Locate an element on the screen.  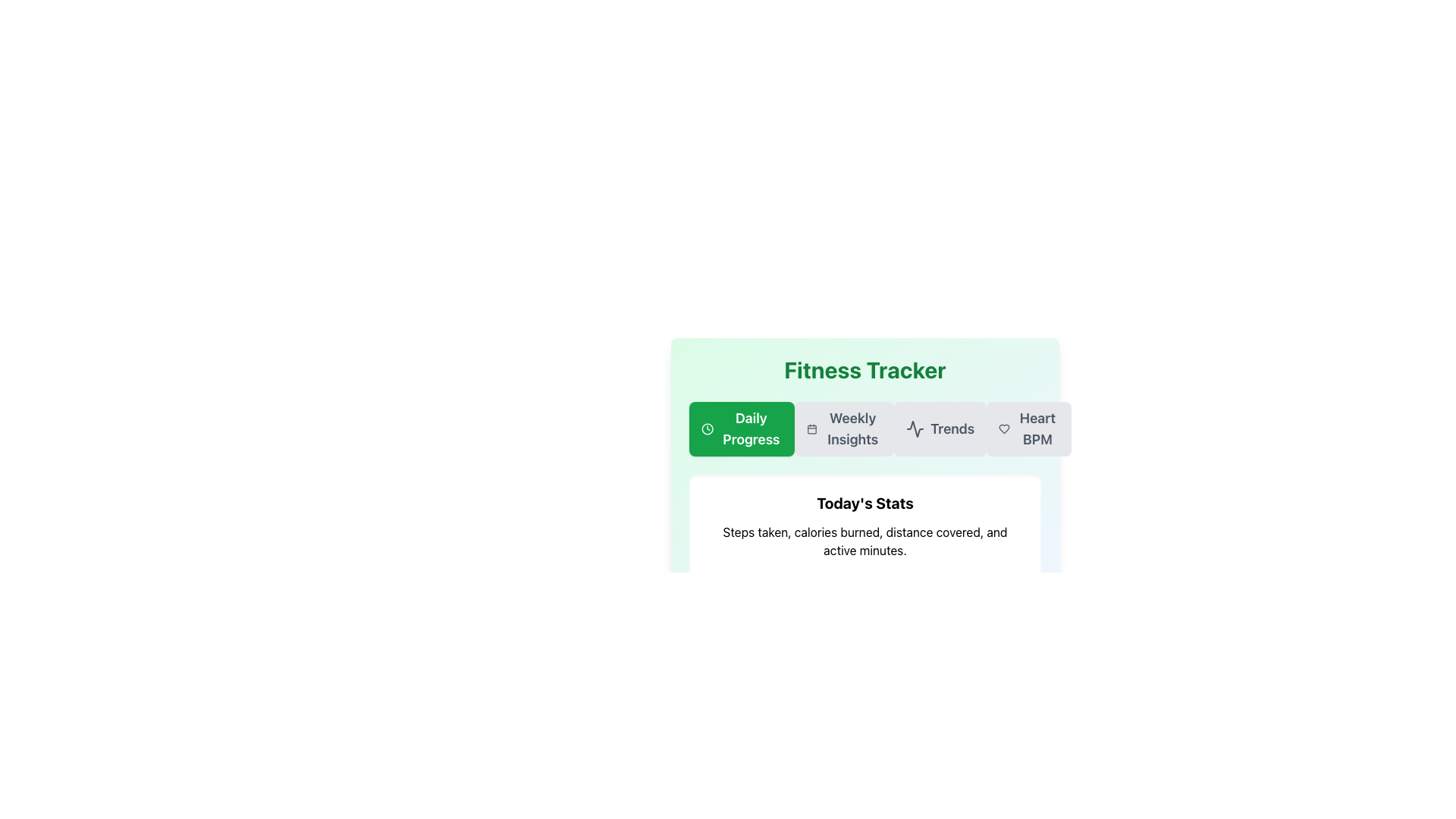
the second button in the row of four buttons within the 'Fitness Tracker' section to observe the hover effect is located at coordinates (865, 429).